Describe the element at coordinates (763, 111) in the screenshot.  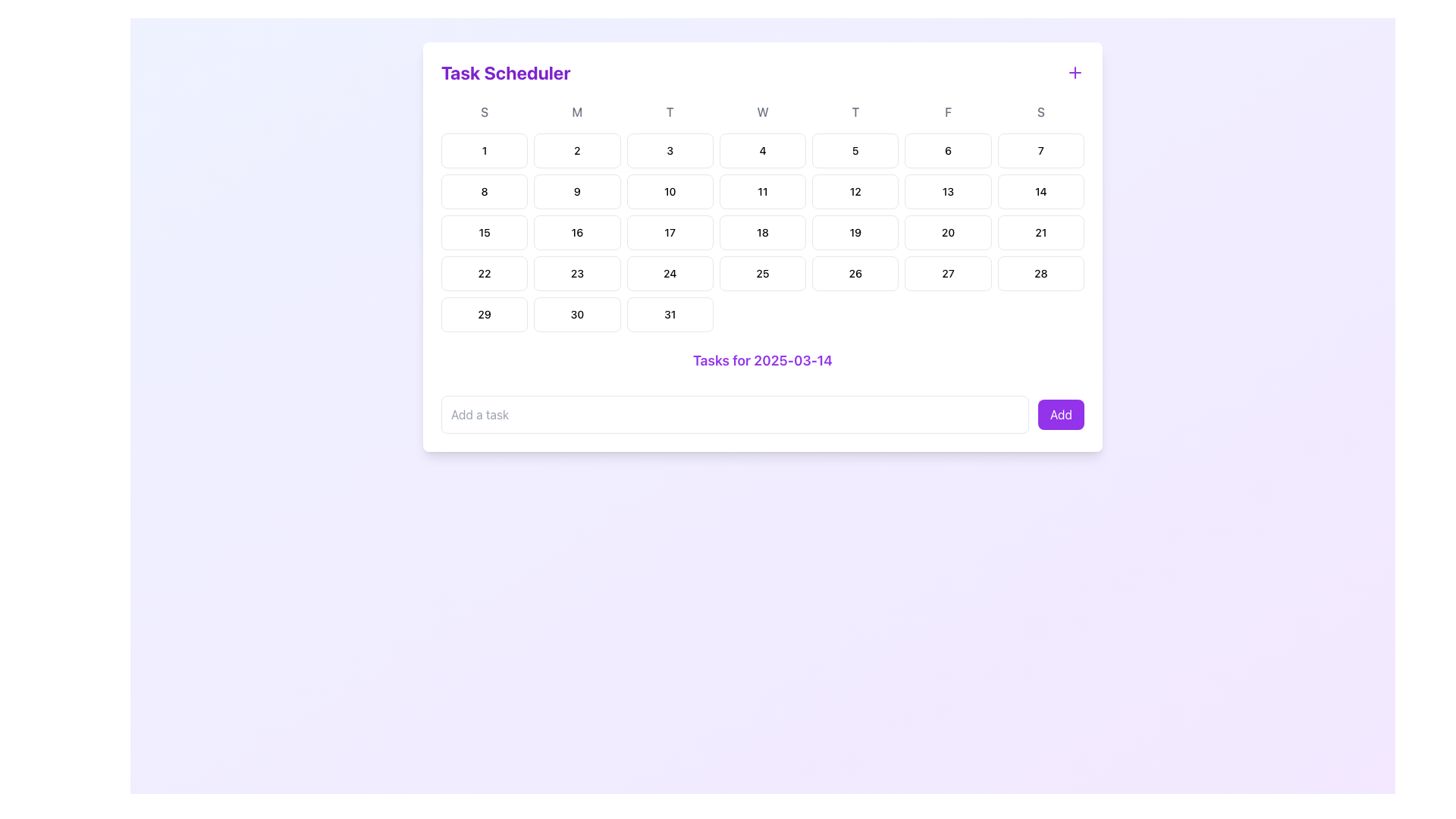
I see `the Header row in the calendar grid layout, which provides day labels for the corresponding columns of the calendar below` at that location.